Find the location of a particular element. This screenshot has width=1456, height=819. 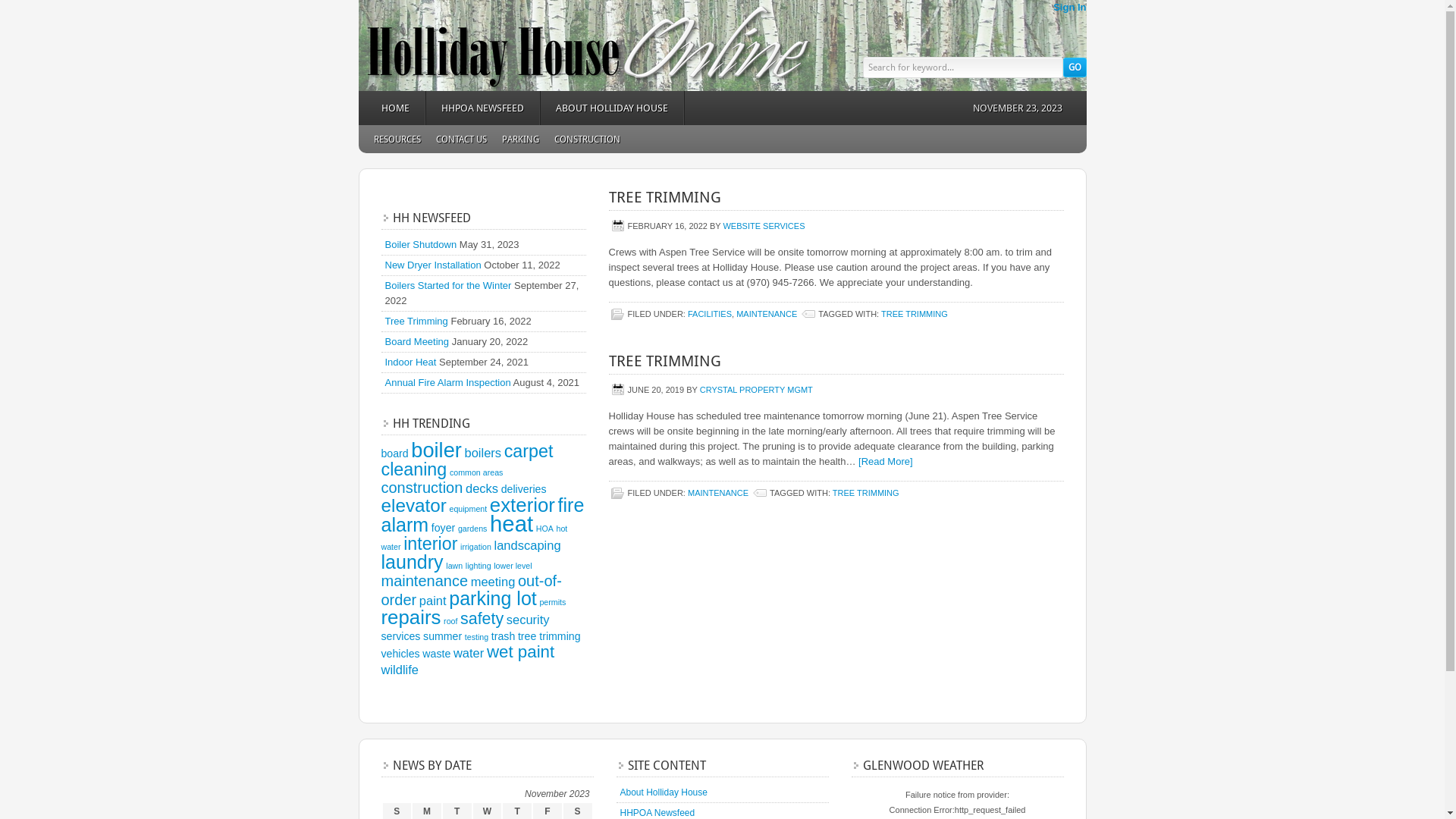

'Indoor Heat' is located at coordinates (411, 362).